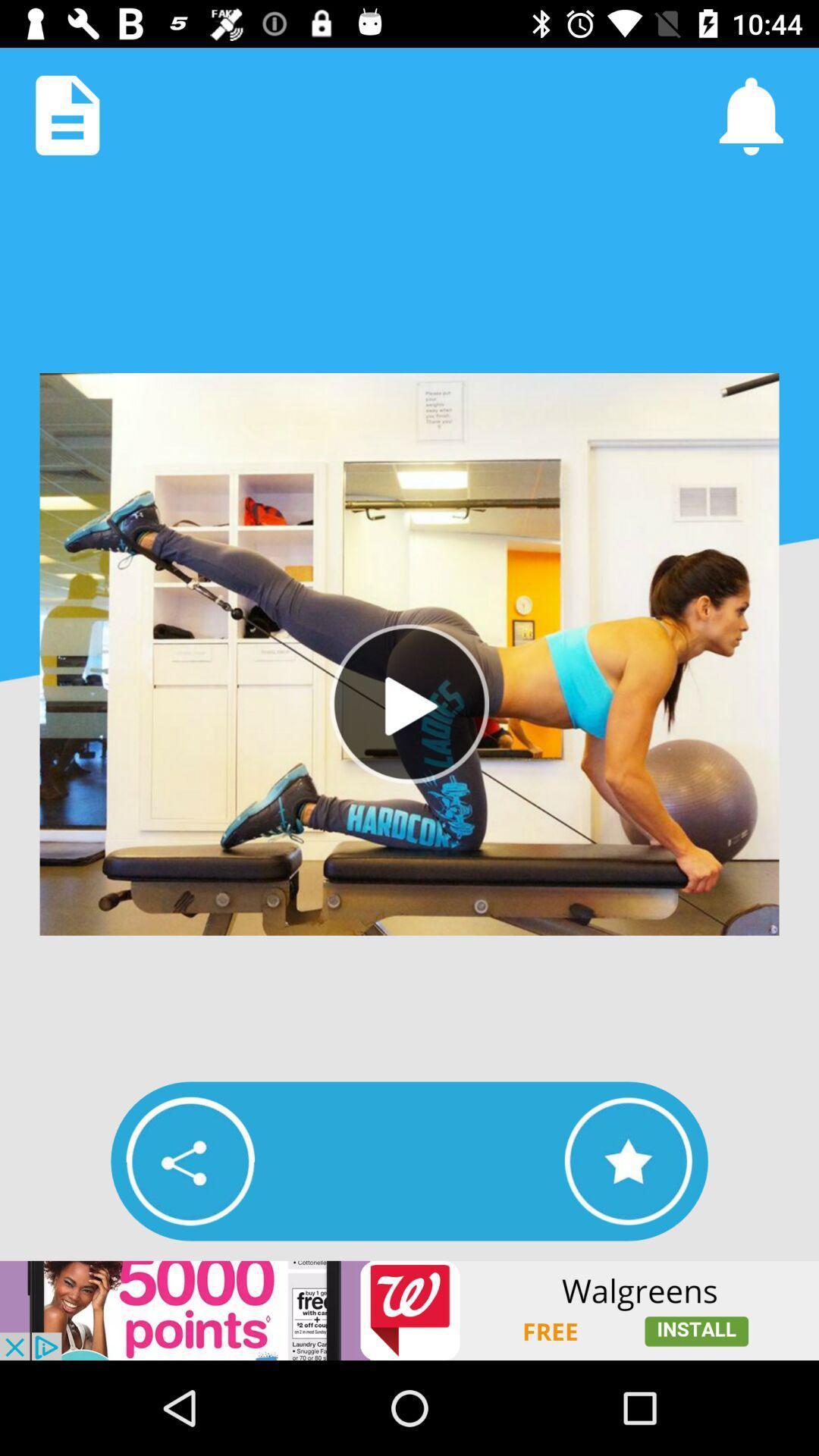 This screenshot has width=819, height=1456. What do you see at coordinates (190, 1160) in the screenshot?
I see `share link` at bounding box center [190, 1160].